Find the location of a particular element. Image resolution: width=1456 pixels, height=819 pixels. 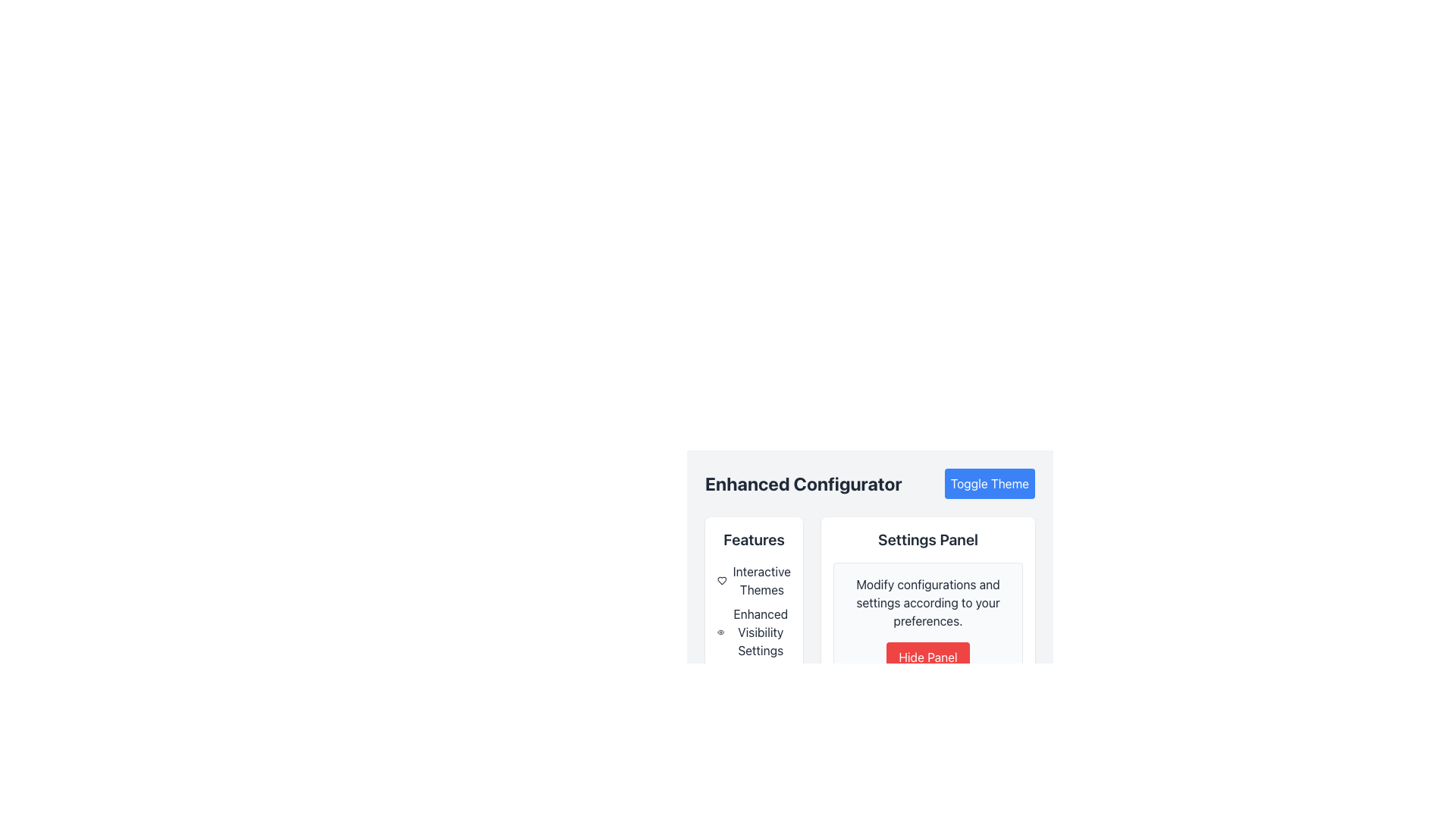

text header 'Settings Panel' to understand the section's purpose, which is prominently displayed at the top of the panel is located at coordinates (927, 539).